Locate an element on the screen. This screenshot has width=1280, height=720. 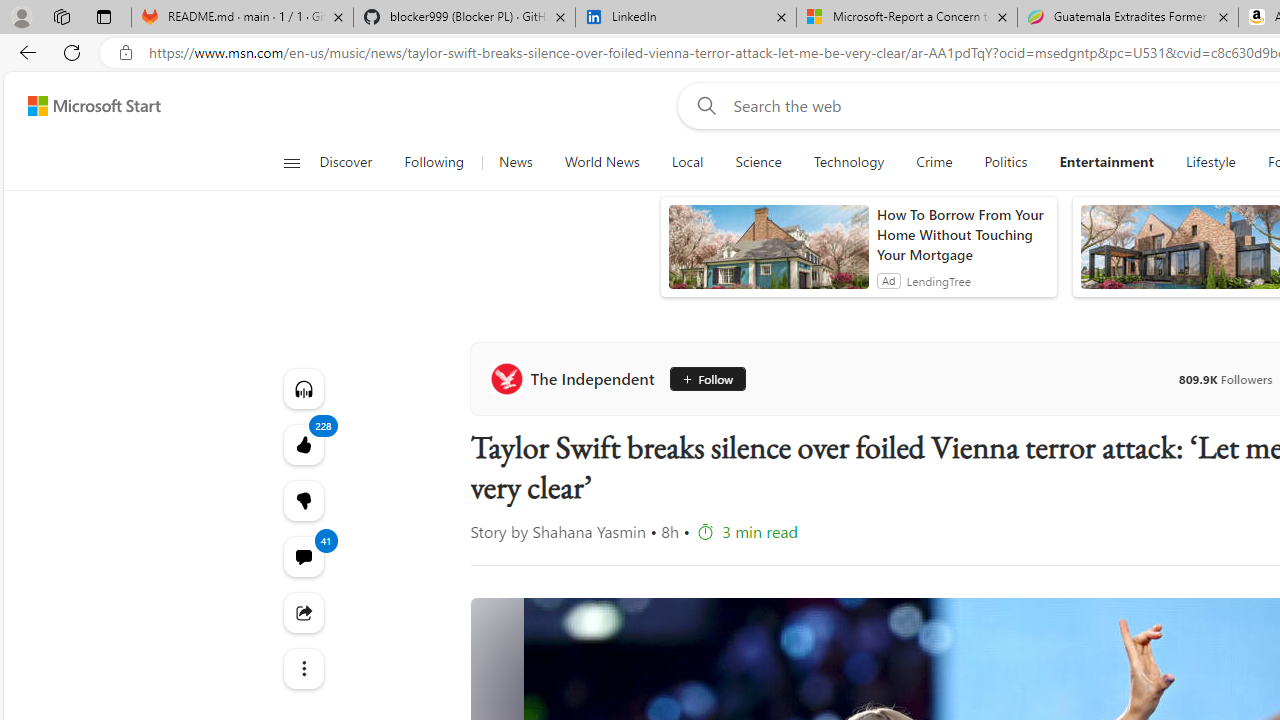
'anim-content' is located at coordinates (767, 254).